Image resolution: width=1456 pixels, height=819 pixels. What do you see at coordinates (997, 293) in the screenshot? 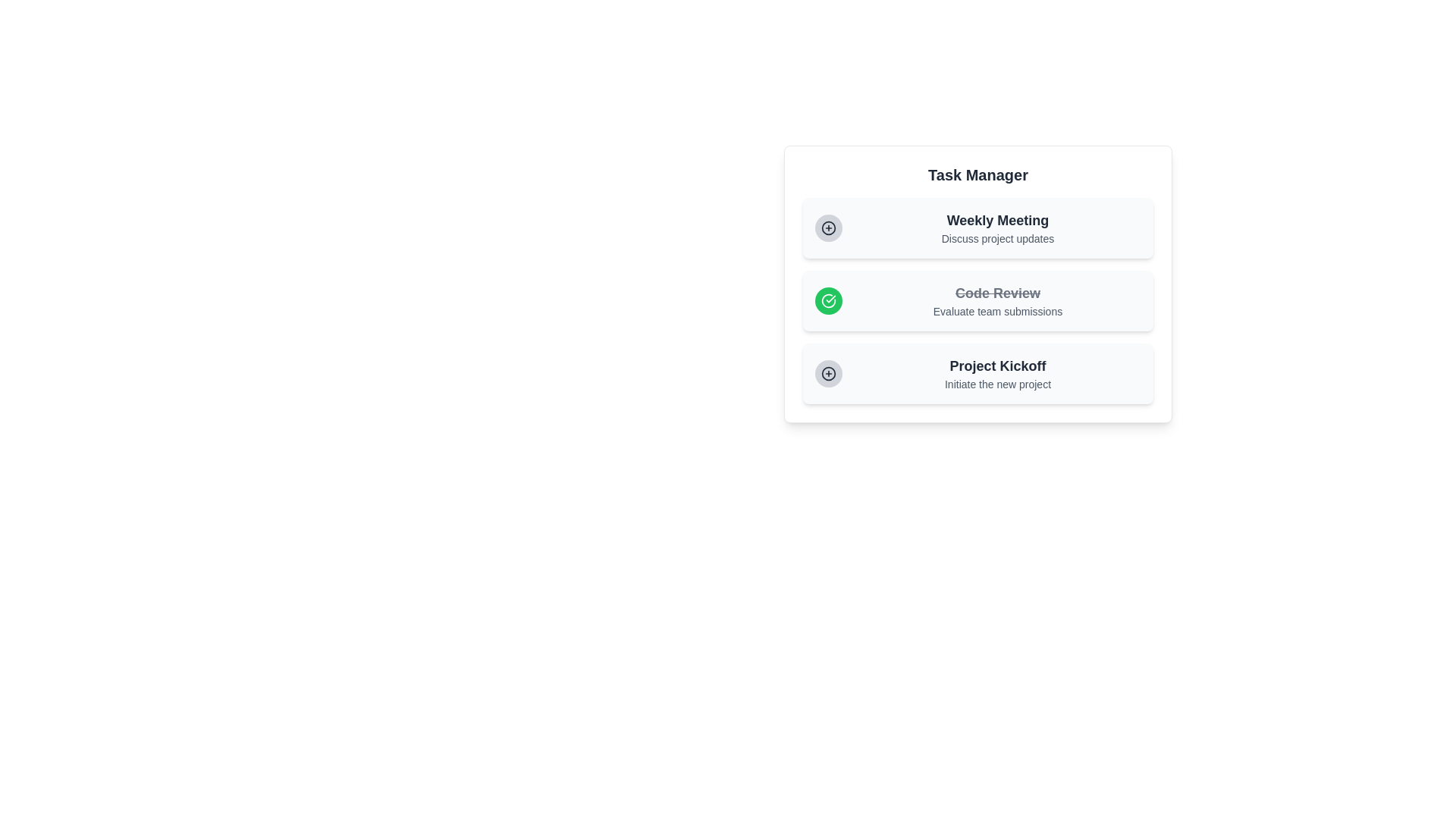
I see `the 'Code Review' text label` at bounding box center [997, 293].